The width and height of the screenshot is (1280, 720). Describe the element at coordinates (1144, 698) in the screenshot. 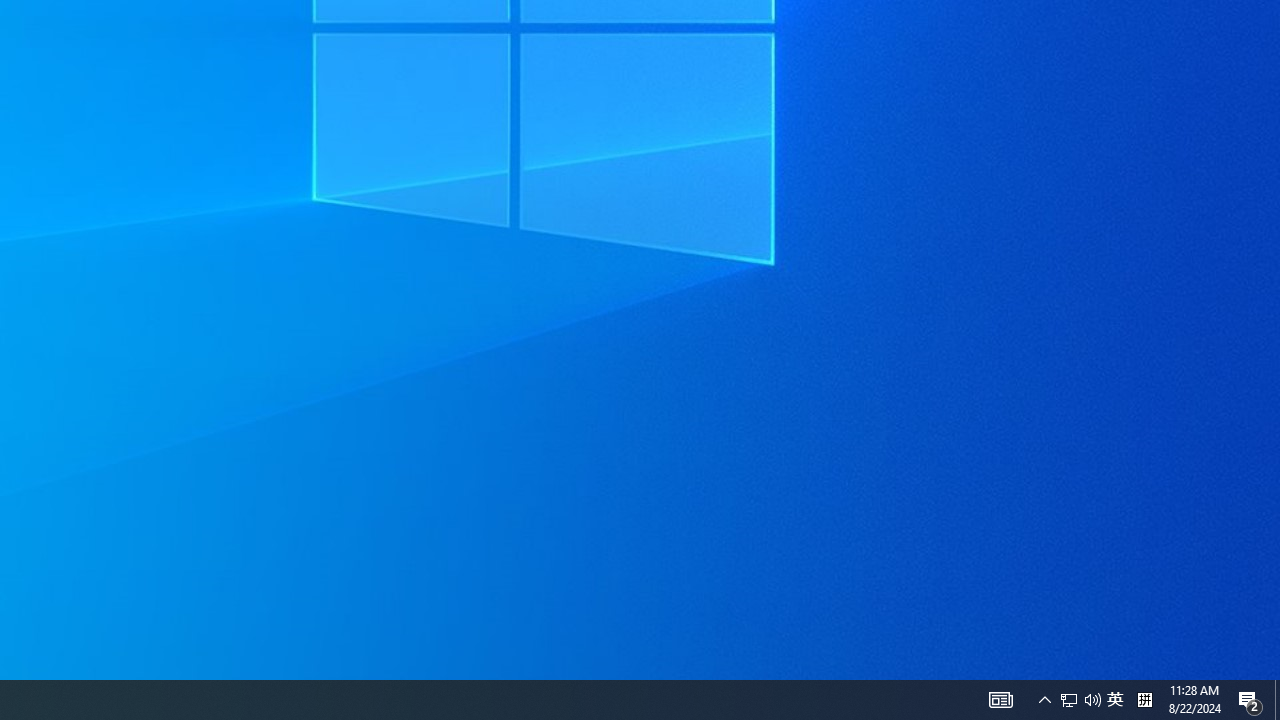

I see `'Tray Input Indicator - Chinese (Simplified, China)'` at that location.